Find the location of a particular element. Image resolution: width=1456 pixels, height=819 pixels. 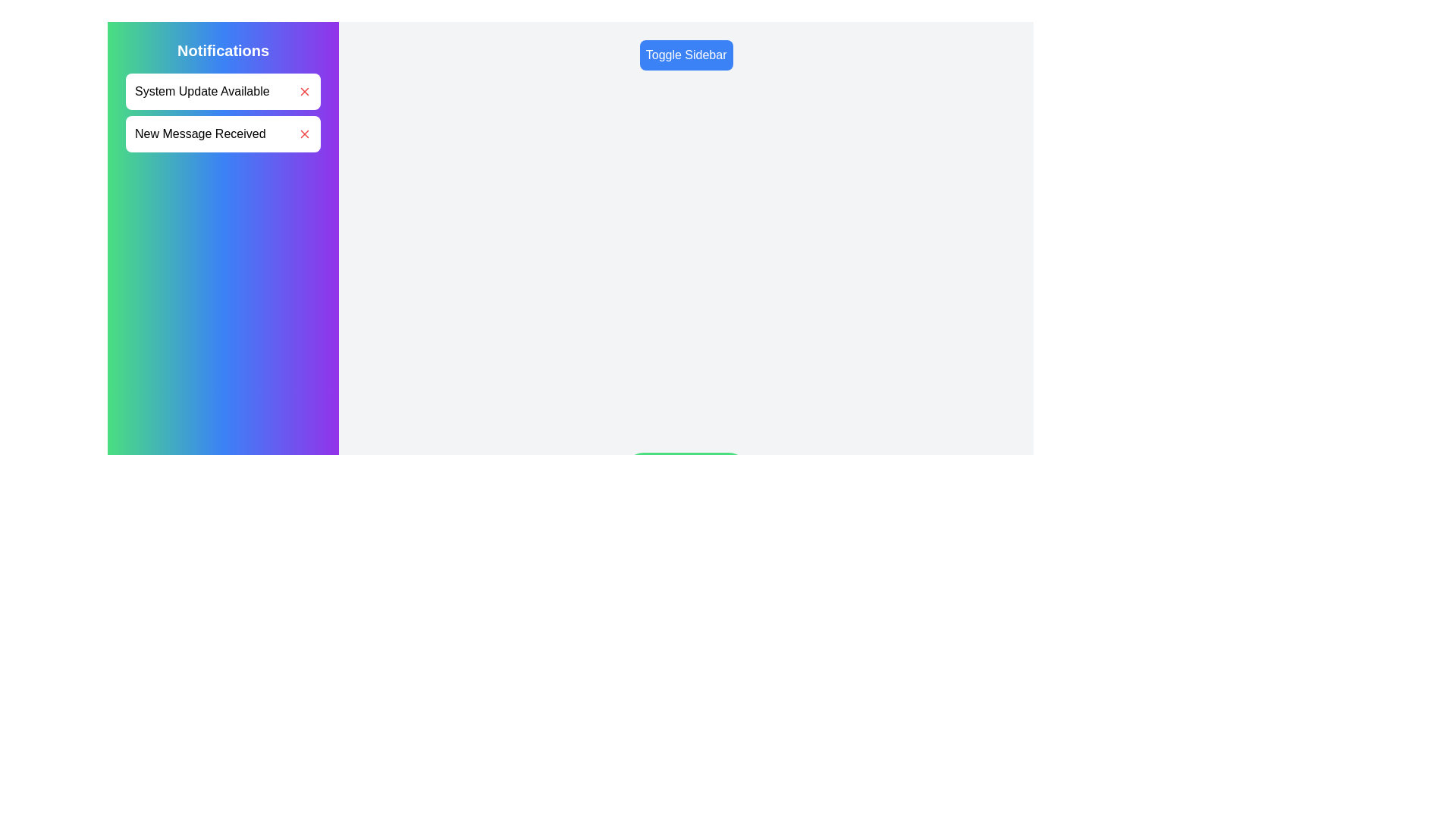

the Grouped notification cards located in the left sidebar beneath the 'Notifications' header is located at coordinates (222, 112).